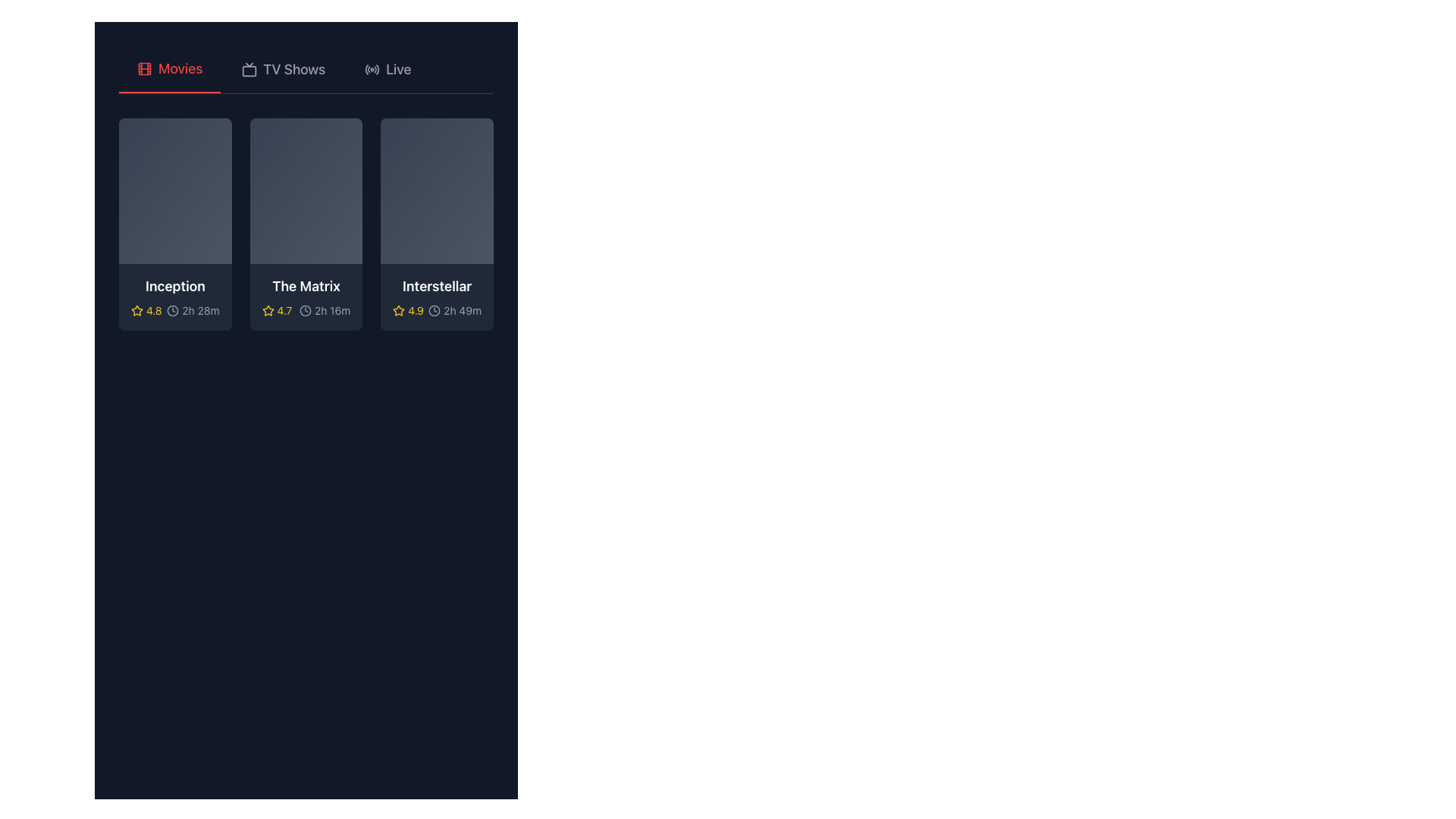  I want to click on label displaying the movie duration '2h 16m' in gray text, located in the description section of the second card for the movie 'The Matrix', positioned to the right of the clock icon under the movie's rating, so click(331, 309).